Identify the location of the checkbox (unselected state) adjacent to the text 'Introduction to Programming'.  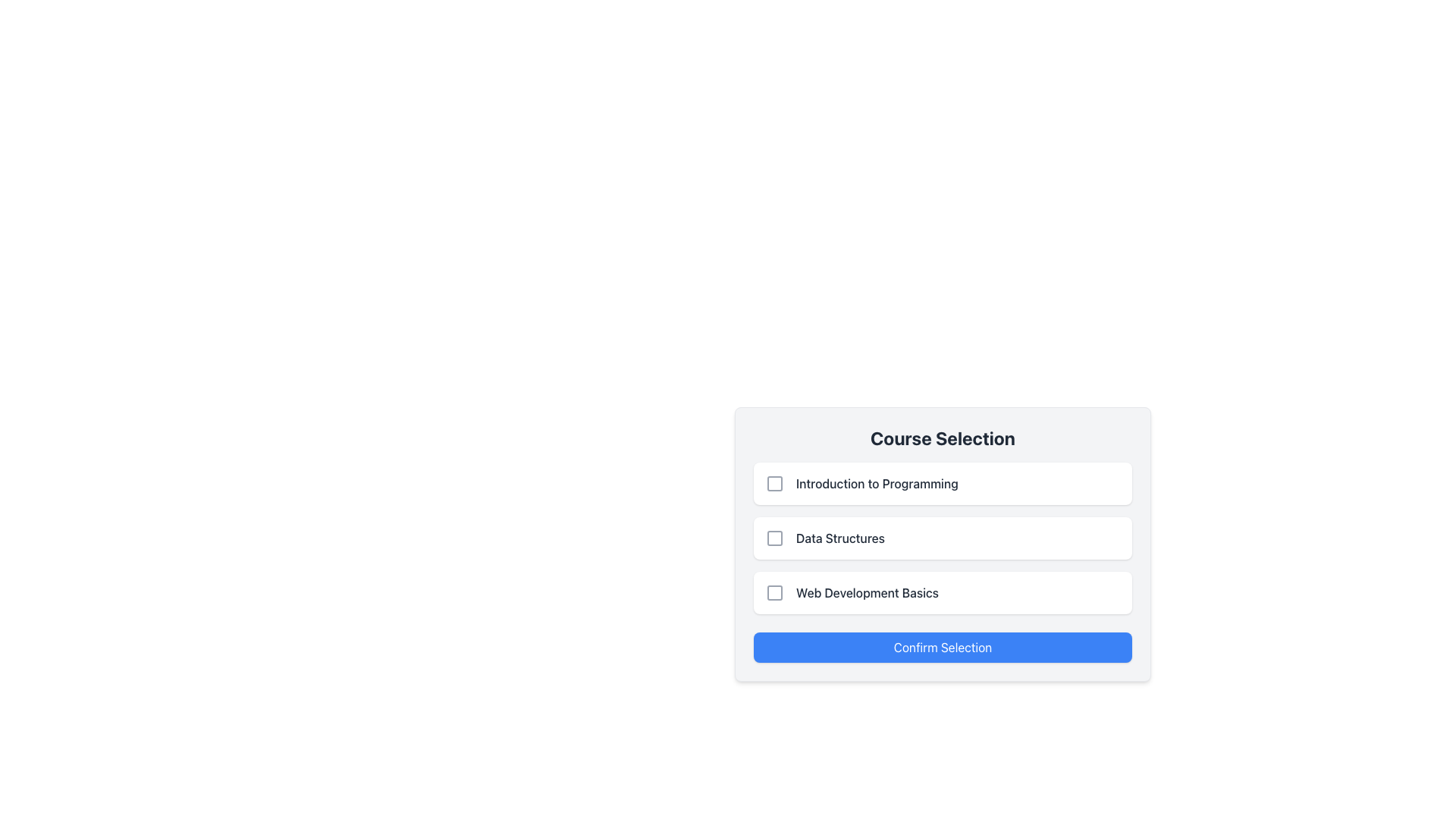
(775, 483).